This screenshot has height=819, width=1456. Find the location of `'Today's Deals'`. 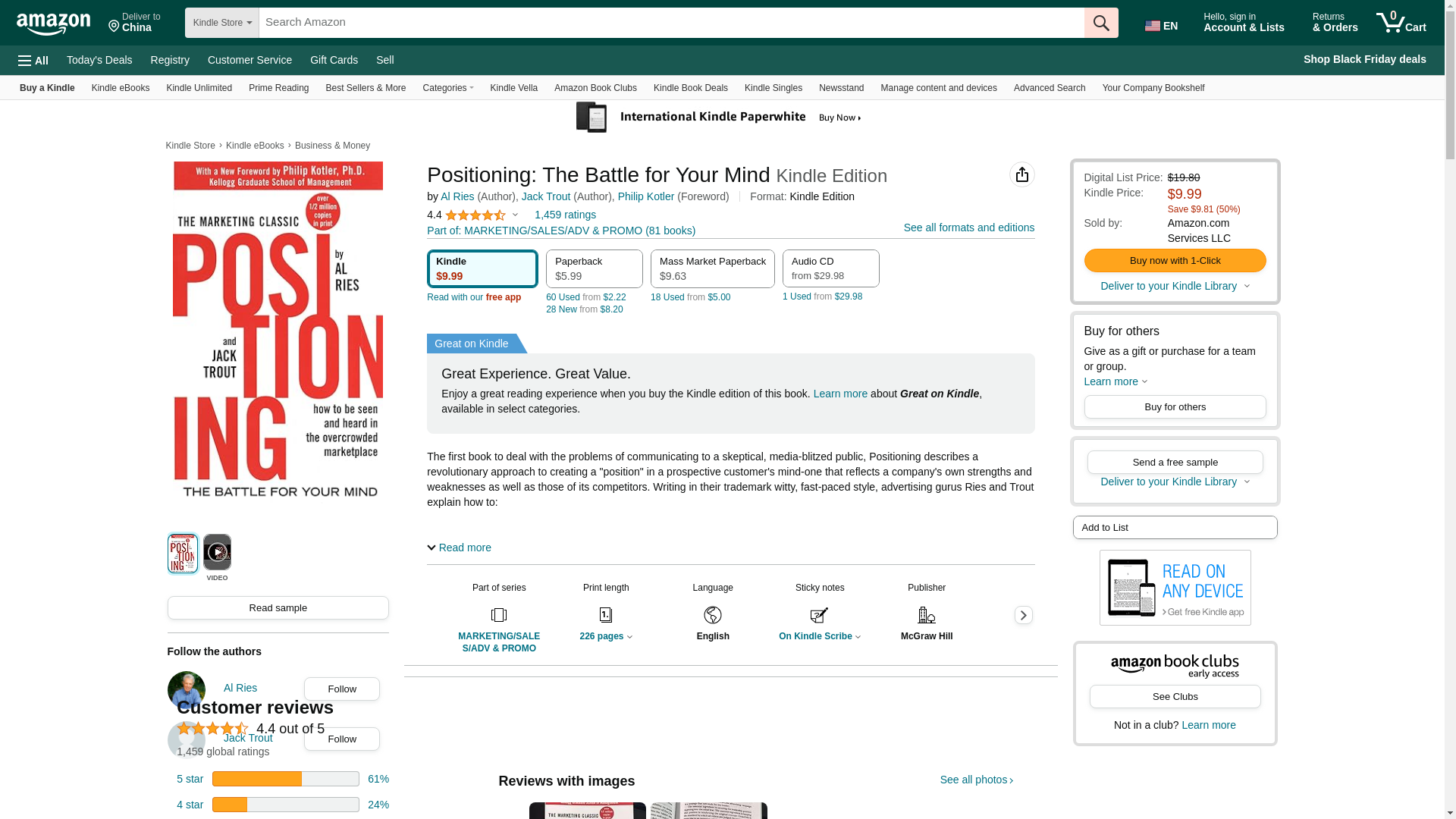

'Today's Deals' is located at coordinates (58, 58).